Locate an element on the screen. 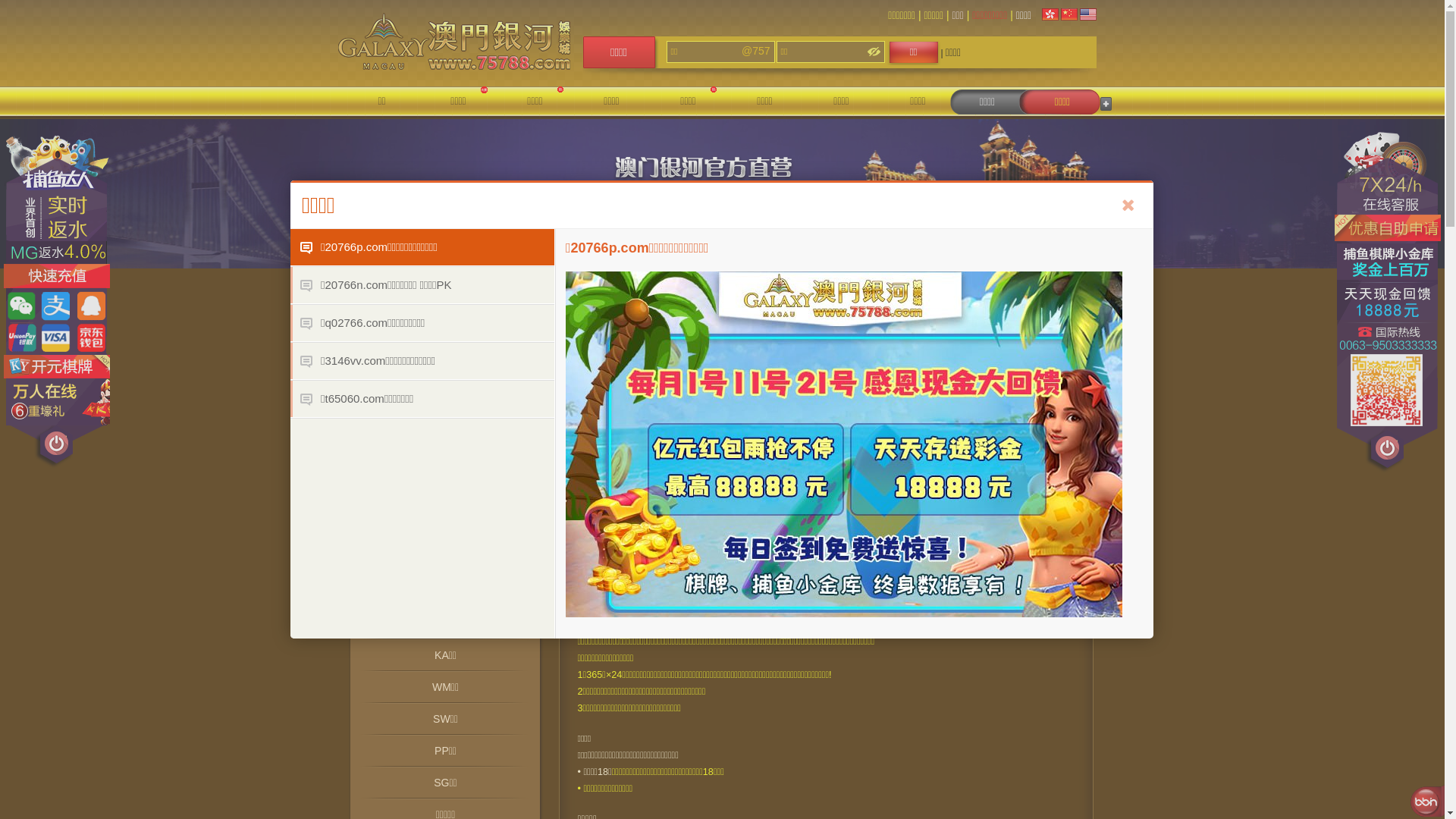 This screenshot has width=1456, height=819. 'English' is located at coordinates (1079, 14).